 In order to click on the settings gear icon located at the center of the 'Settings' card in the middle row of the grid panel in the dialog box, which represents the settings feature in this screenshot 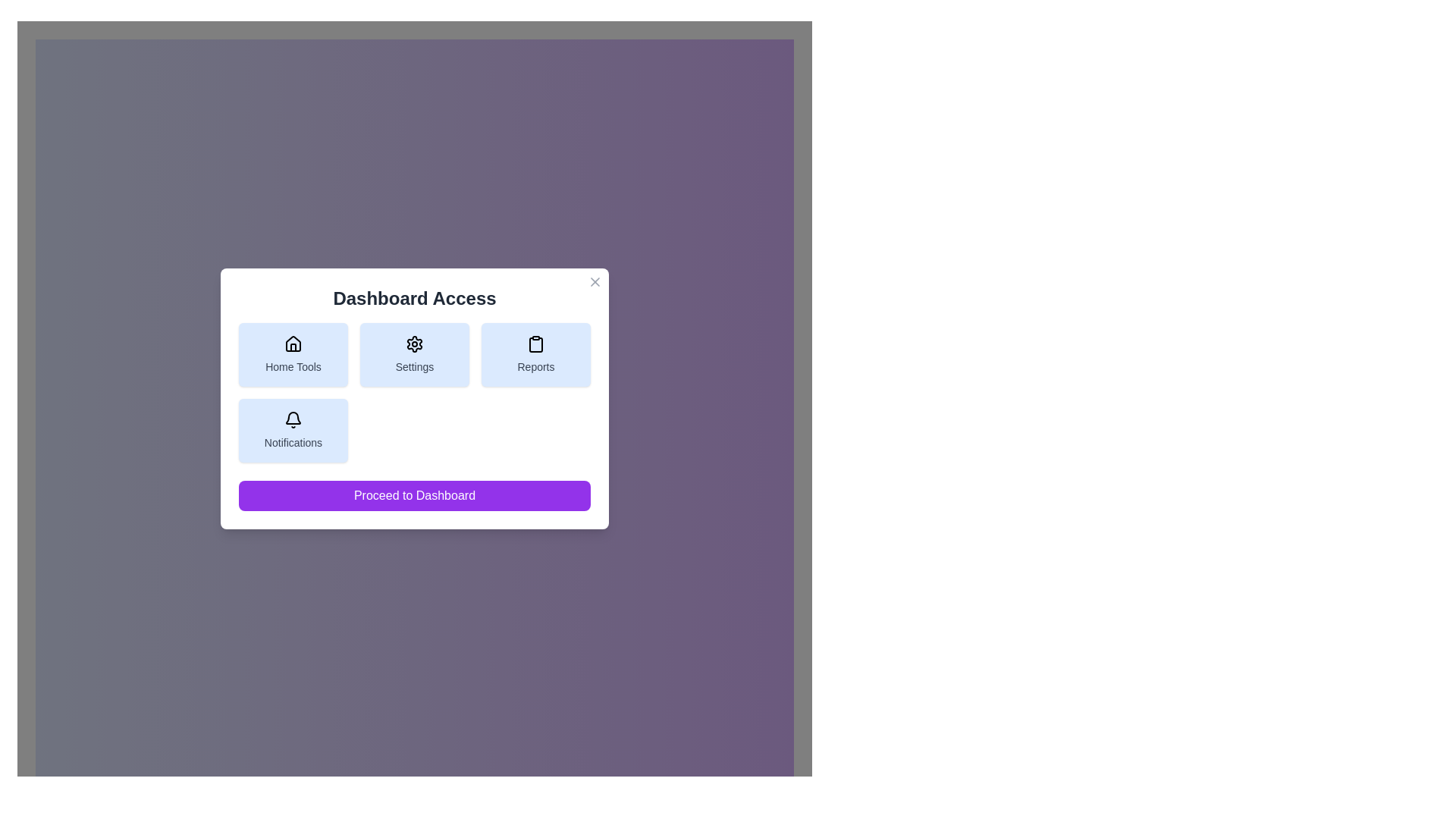, I will do `click(415, 344)`.